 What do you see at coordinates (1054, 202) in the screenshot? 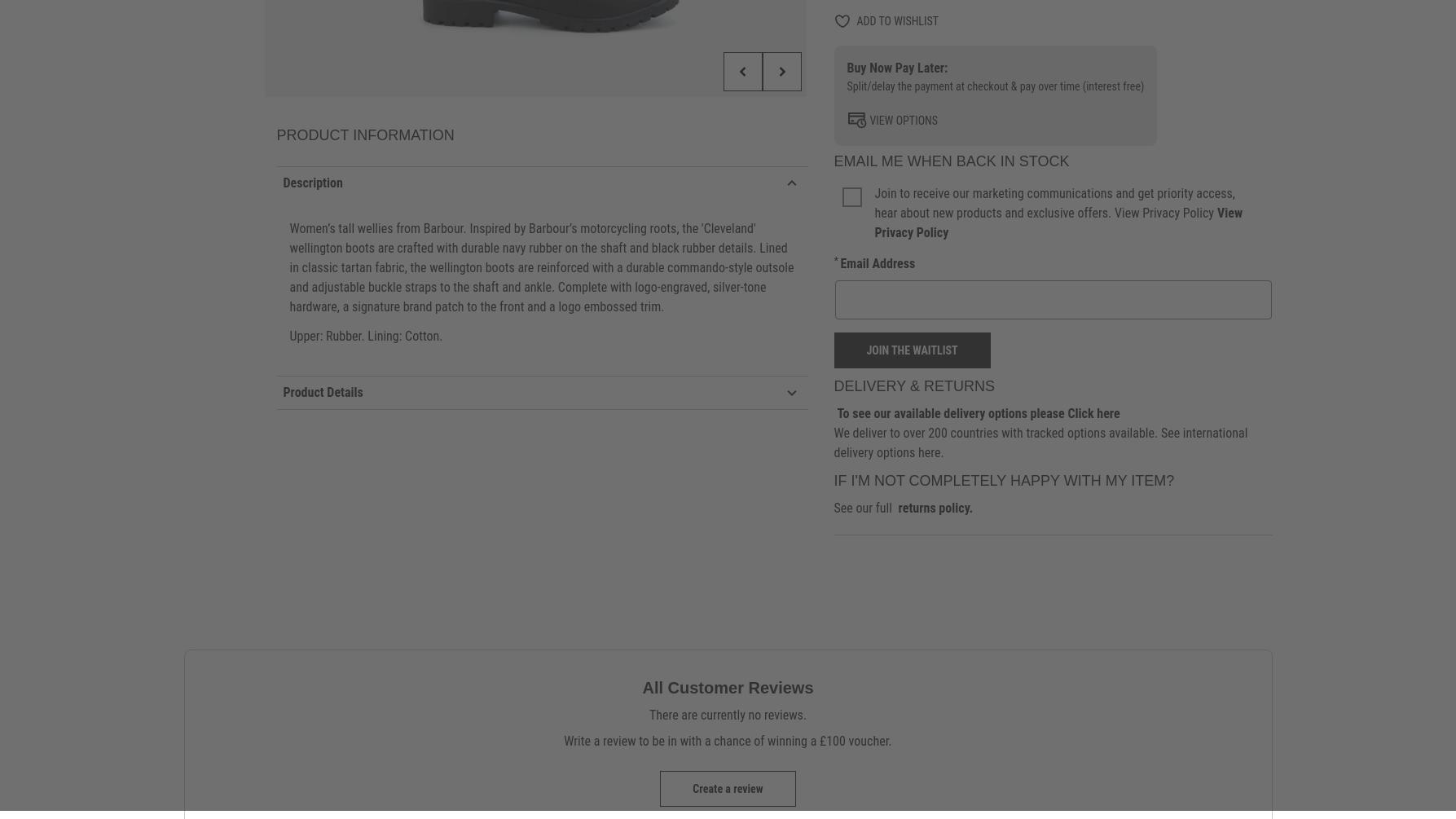
I see `'Join to receive our marketing communications and get priority access, hear about new products and exclusive offers. View Privacy Policy'` at bounding box center [1054, 202].